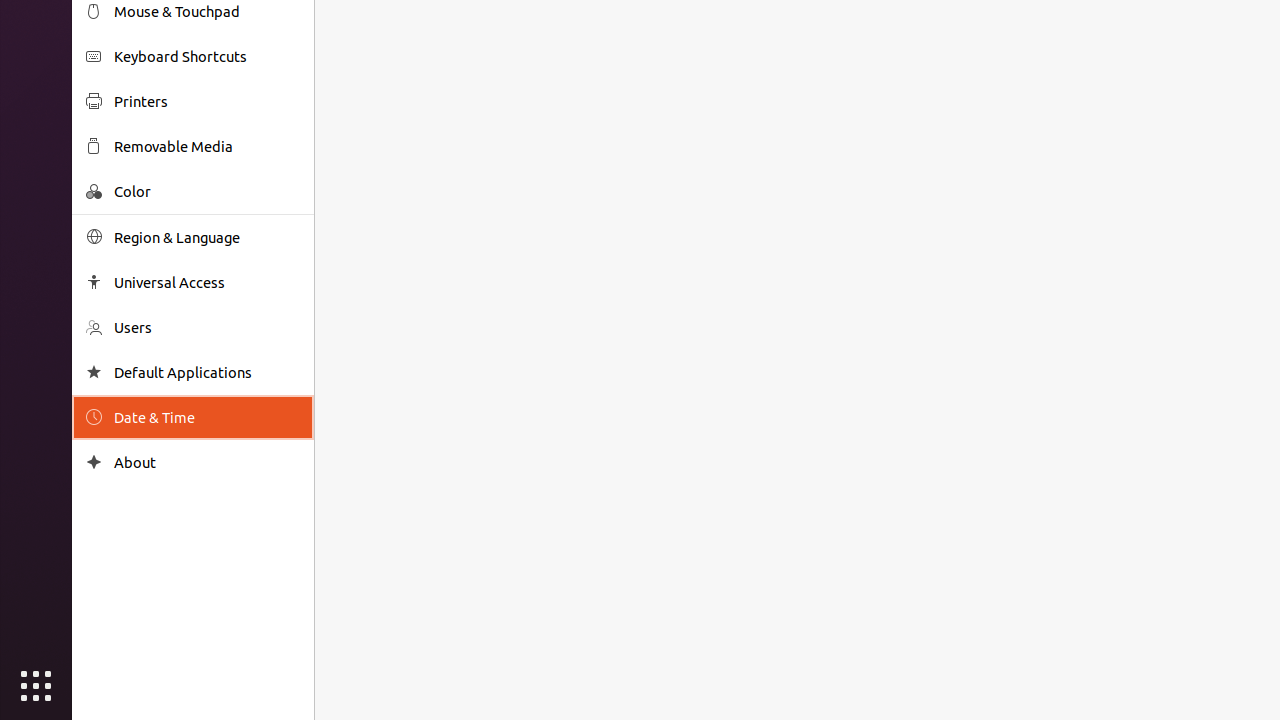  What do you see at coordinates (206, 462) in the screenshot?
I see `'About'` at bounding box center [206, 462].